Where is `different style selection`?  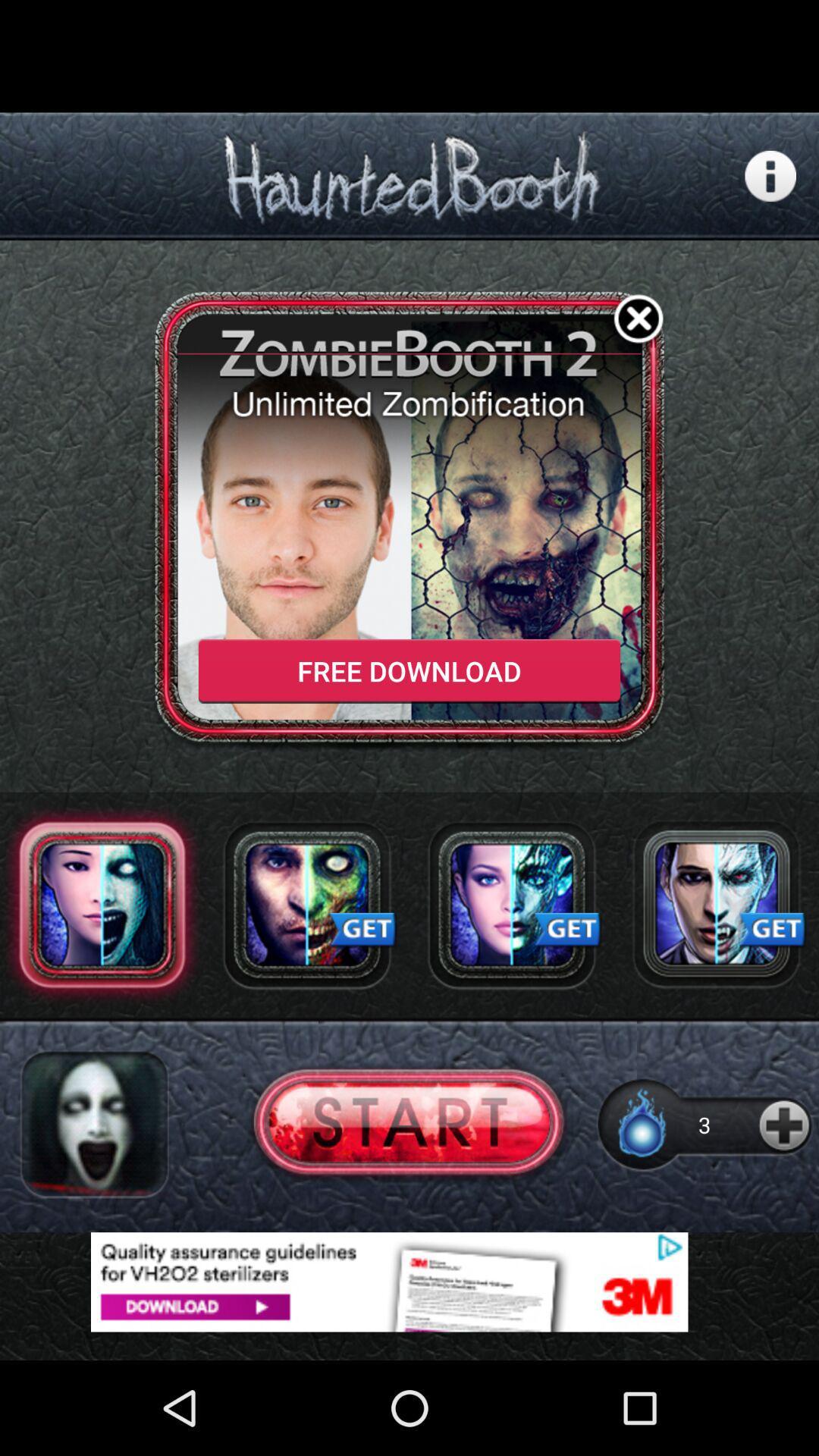 different style selection is located at coordinates (717, 905).